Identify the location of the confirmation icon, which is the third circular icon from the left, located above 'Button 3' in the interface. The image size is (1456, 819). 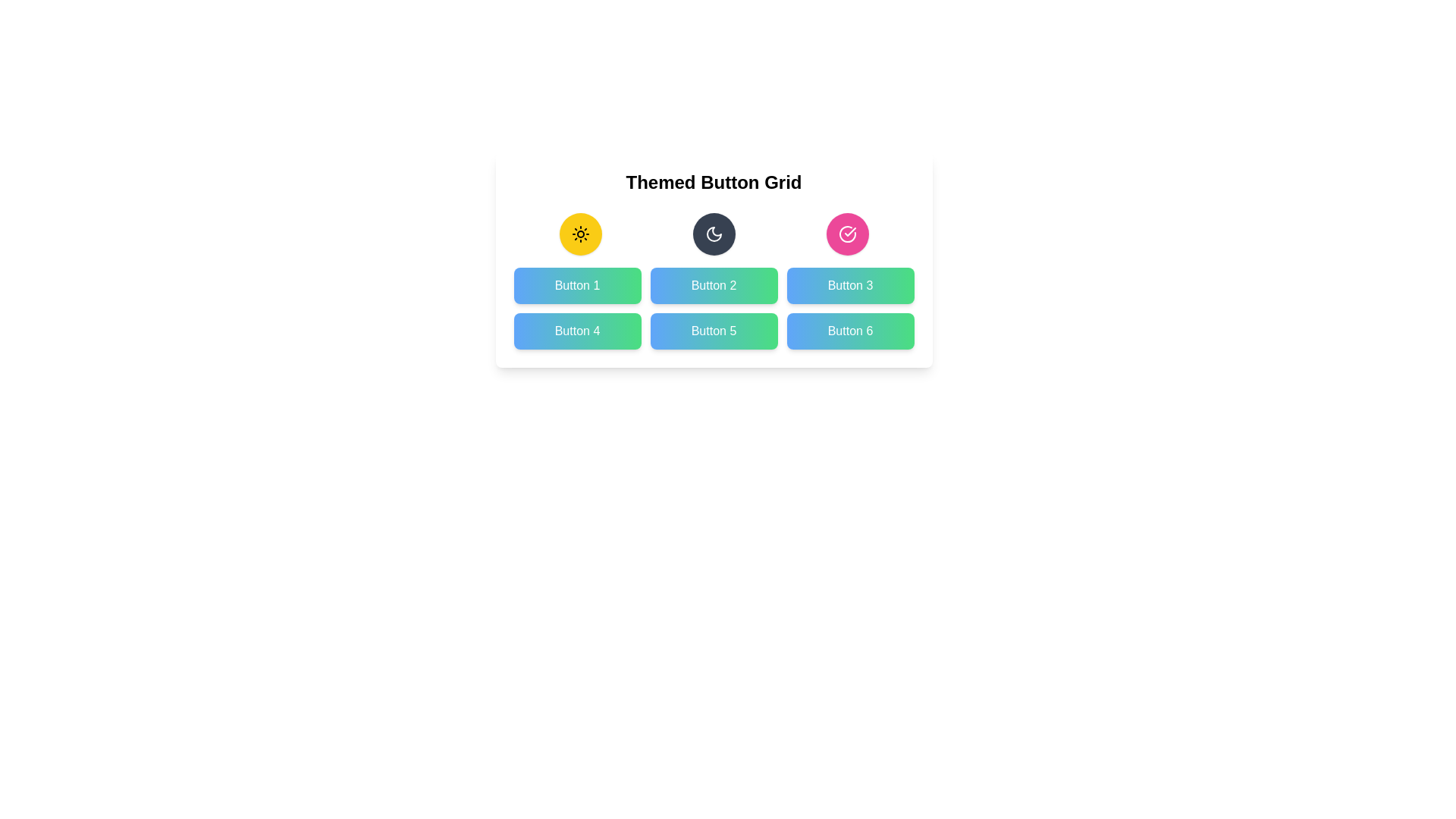
(846, 234).